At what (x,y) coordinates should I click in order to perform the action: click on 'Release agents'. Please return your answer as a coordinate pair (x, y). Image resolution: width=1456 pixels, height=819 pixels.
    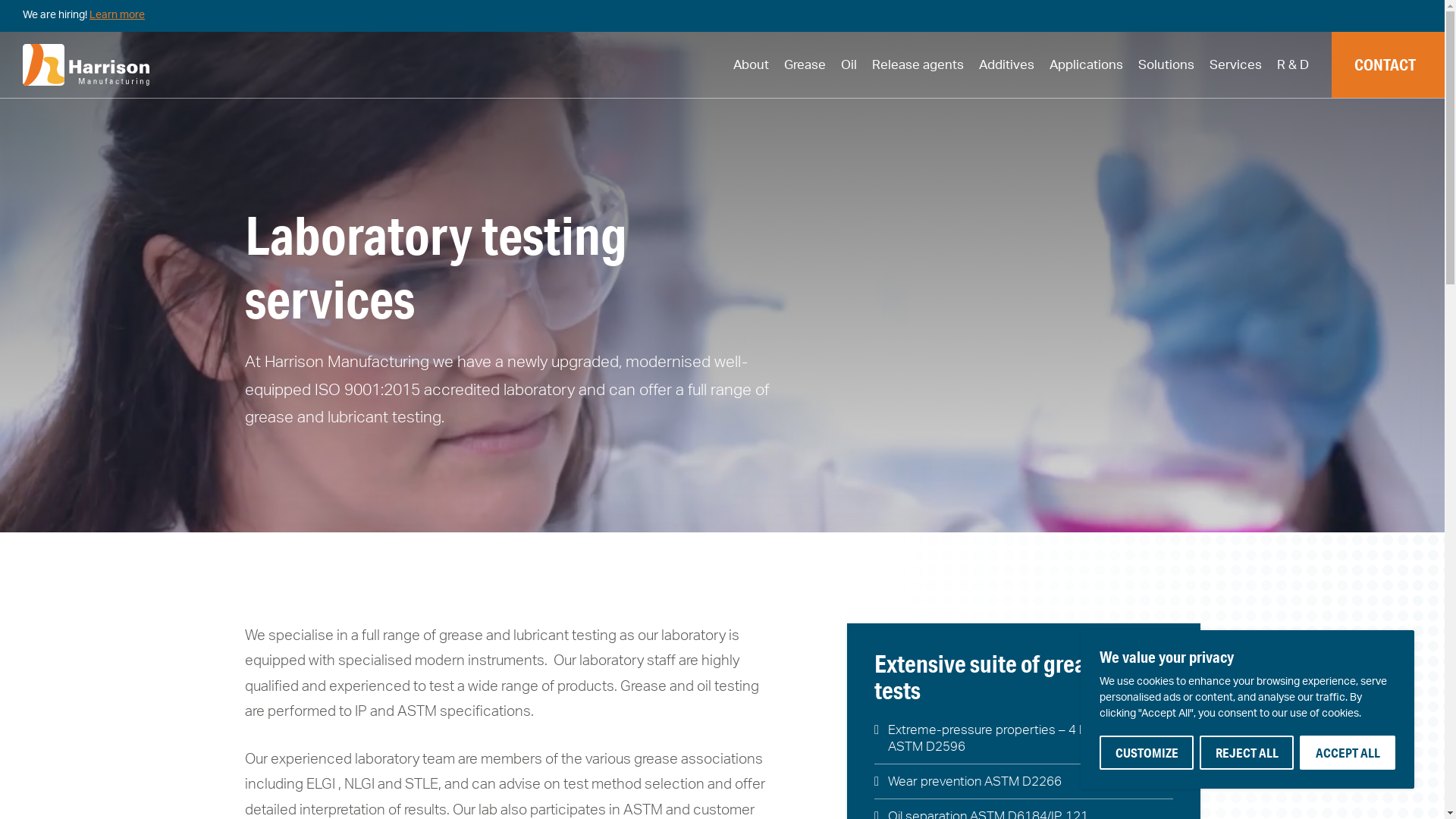
    Looking at the image, I should click on (917, 64).